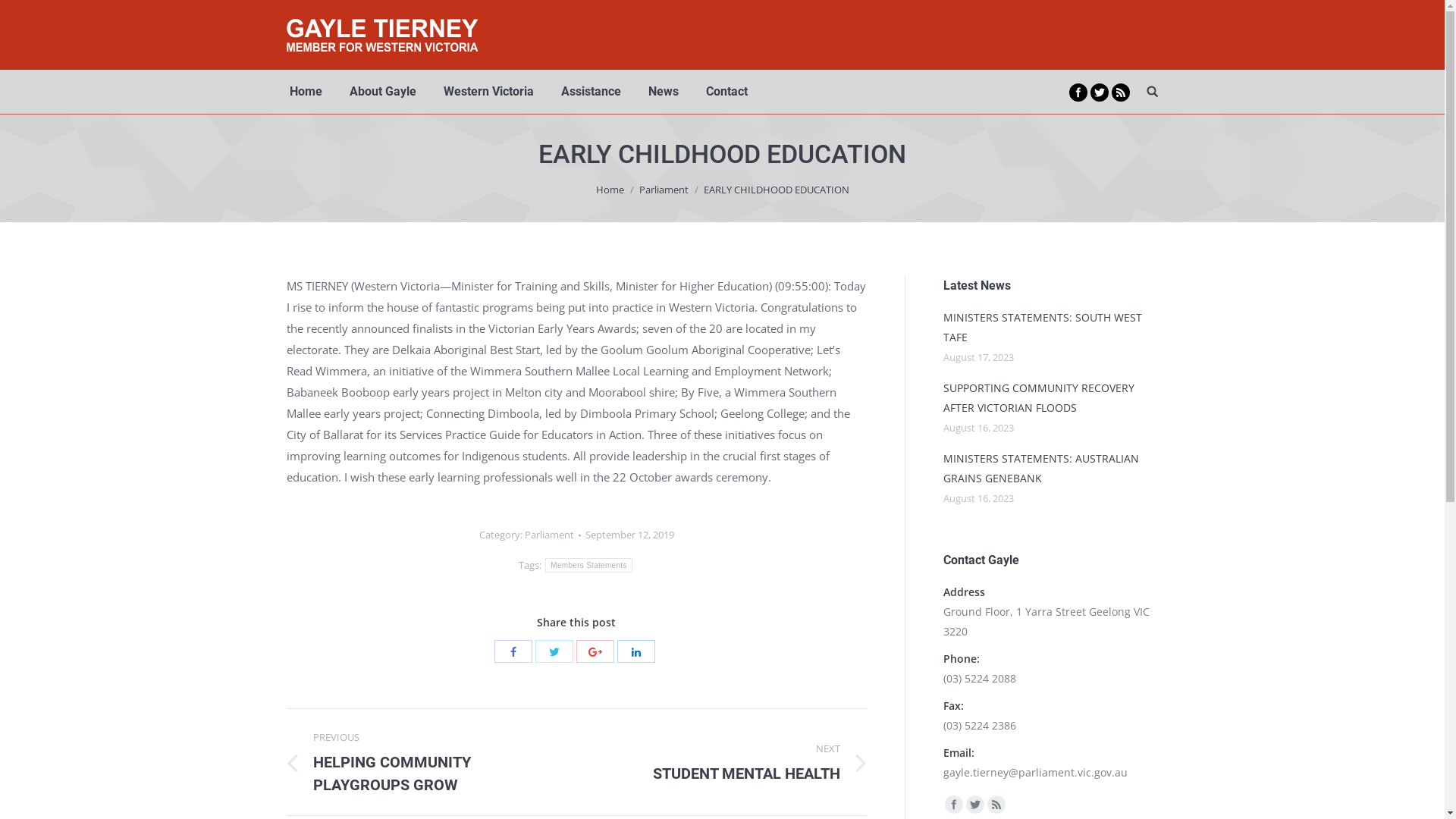 This screenshot has width=1456, height=819. Describe the element at coordinates (382, 91) in the screenshot. I see `'About Gayle'` at that location.